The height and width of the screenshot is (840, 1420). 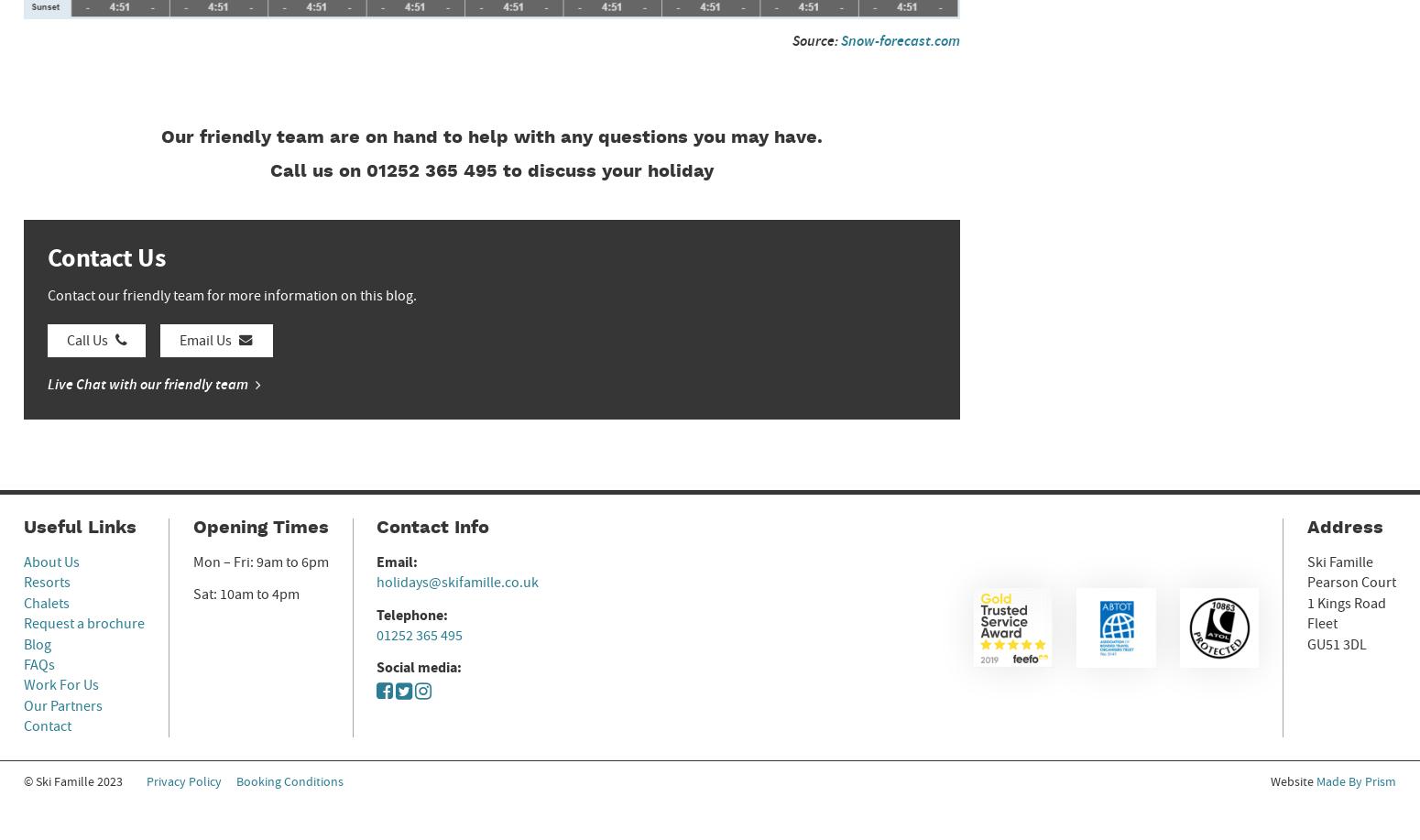 What do you see at coordinates (179, 340) in the screenshot?
I see `'Email Us'` at bounding box center [179, 340].